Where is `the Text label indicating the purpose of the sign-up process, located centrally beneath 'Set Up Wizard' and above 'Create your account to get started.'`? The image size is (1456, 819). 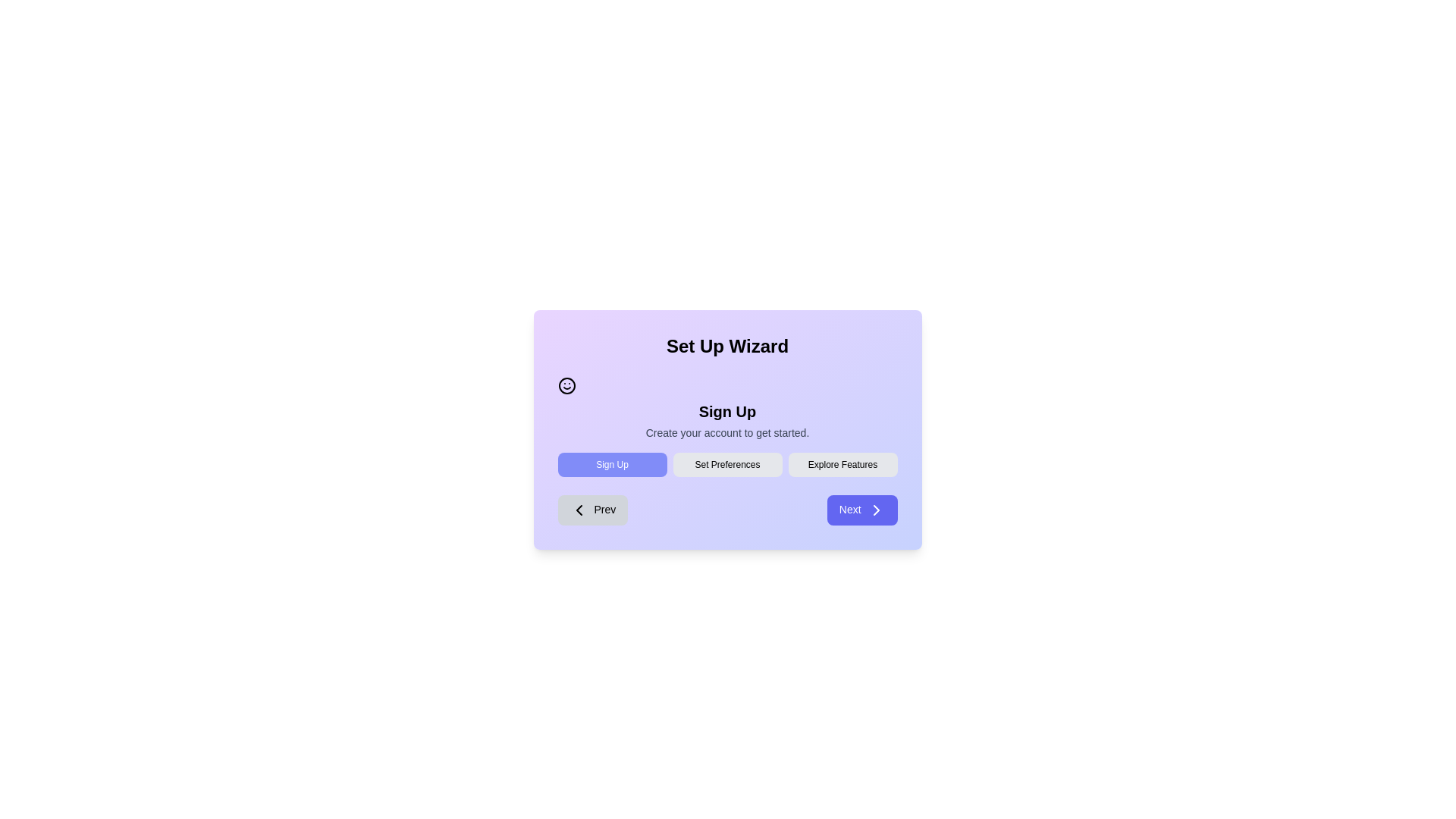
the Text label indicating the purpose of the sign-up process, located centrally beneath 'Set Up Wizard' and above 'Create your account to get started.' is located at coordinates (726, 412).